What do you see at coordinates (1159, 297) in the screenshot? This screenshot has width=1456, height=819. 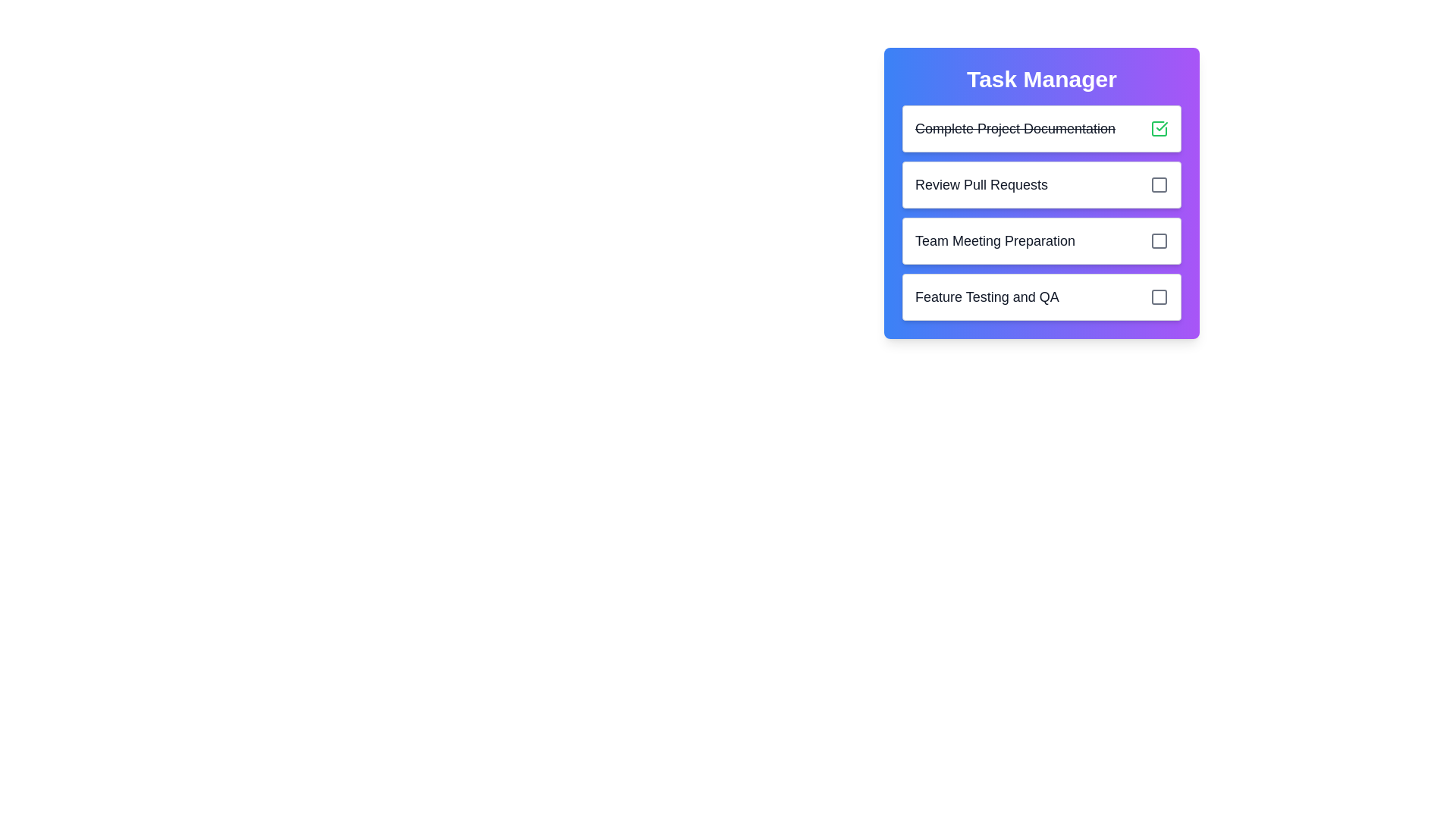 I see `the interactive checkbox for 'Feature Testing and QA' located in the fourth row of the list` at bounding box center [1159, 297].